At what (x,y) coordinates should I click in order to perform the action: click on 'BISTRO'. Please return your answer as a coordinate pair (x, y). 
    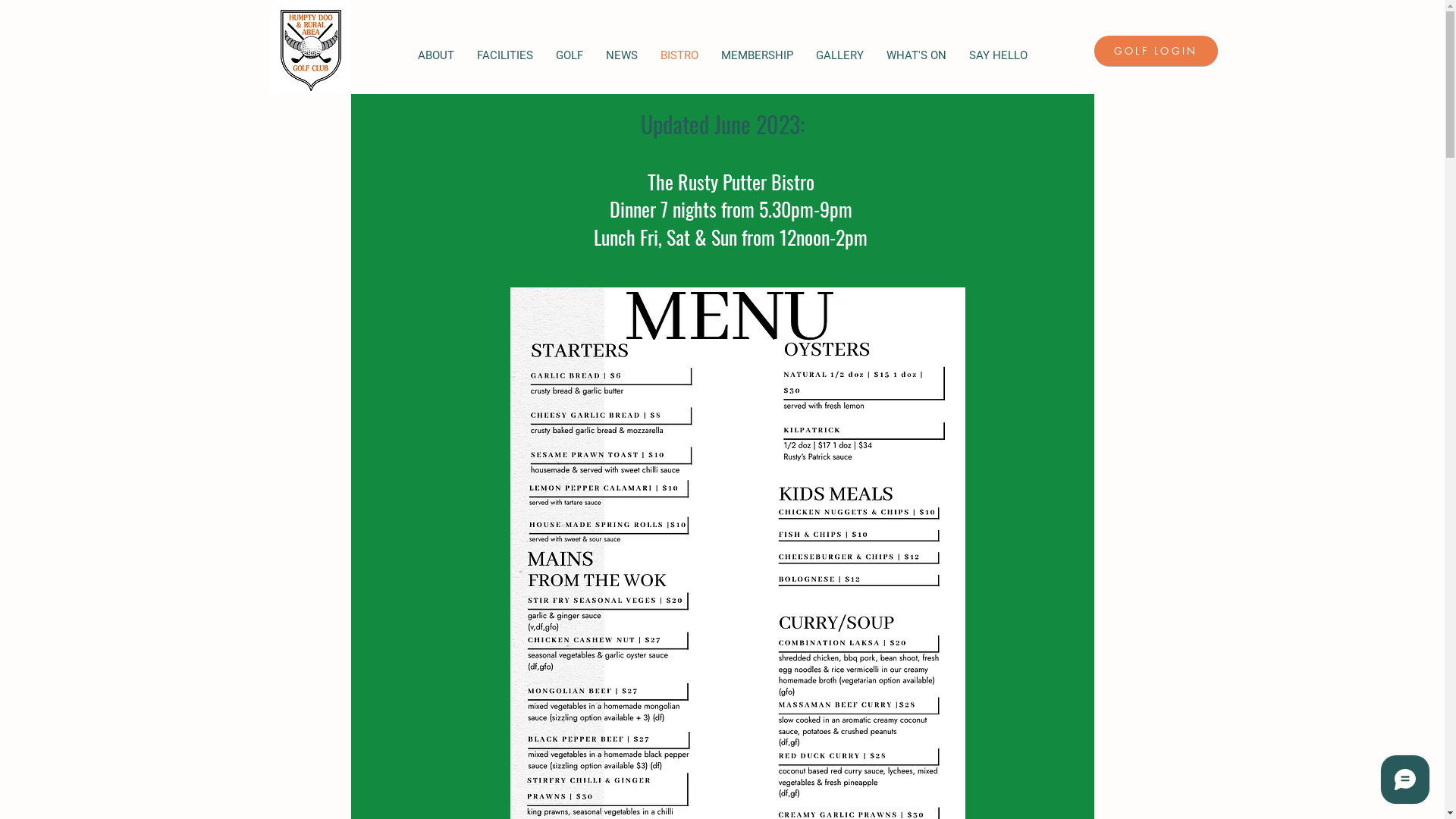
    Looking at the image, I should click on (679, 55).